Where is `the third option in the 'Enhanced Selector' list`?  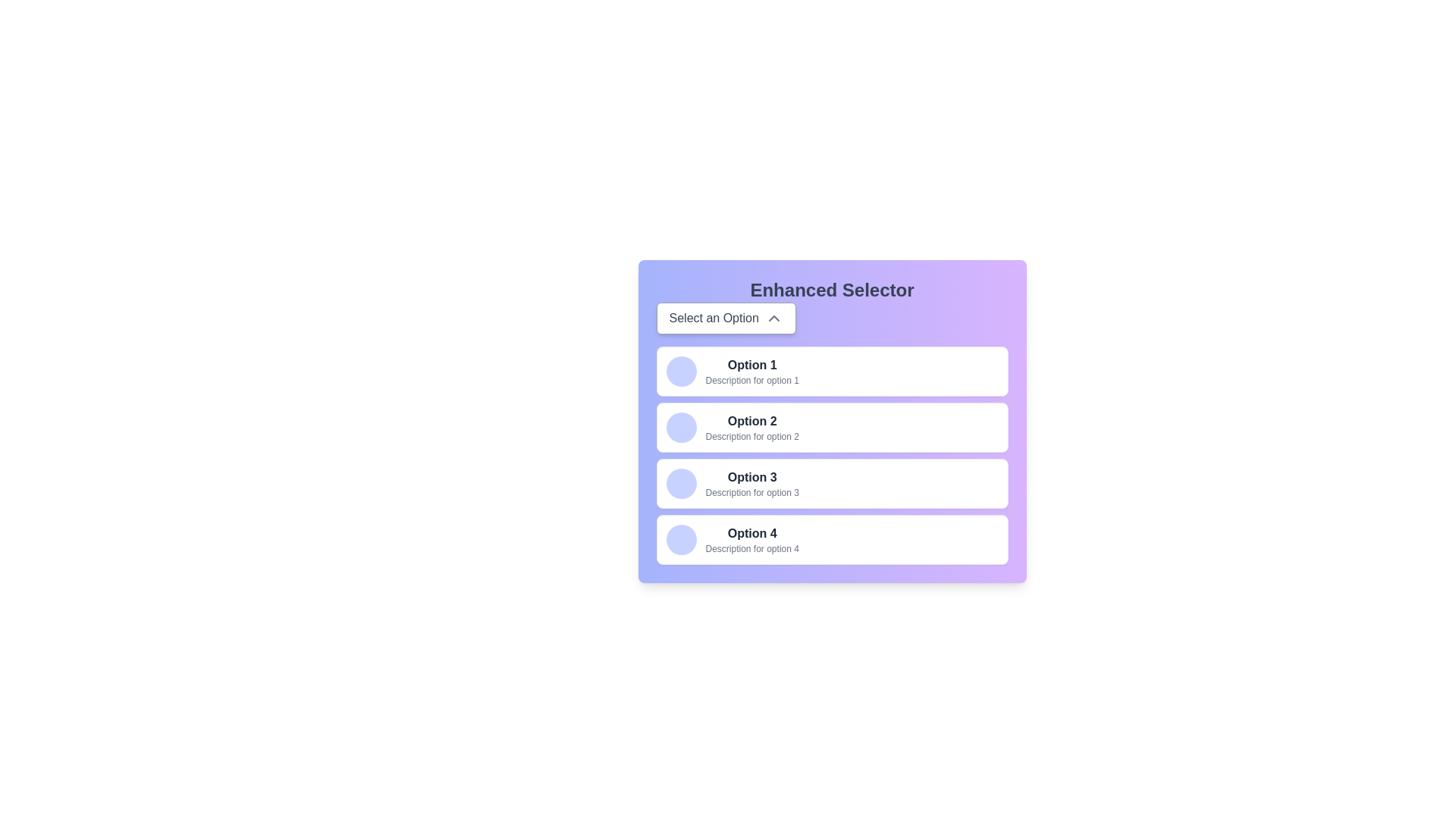
the third option in the 'Enhanced Selector' list is located at coordinates (831, 483).